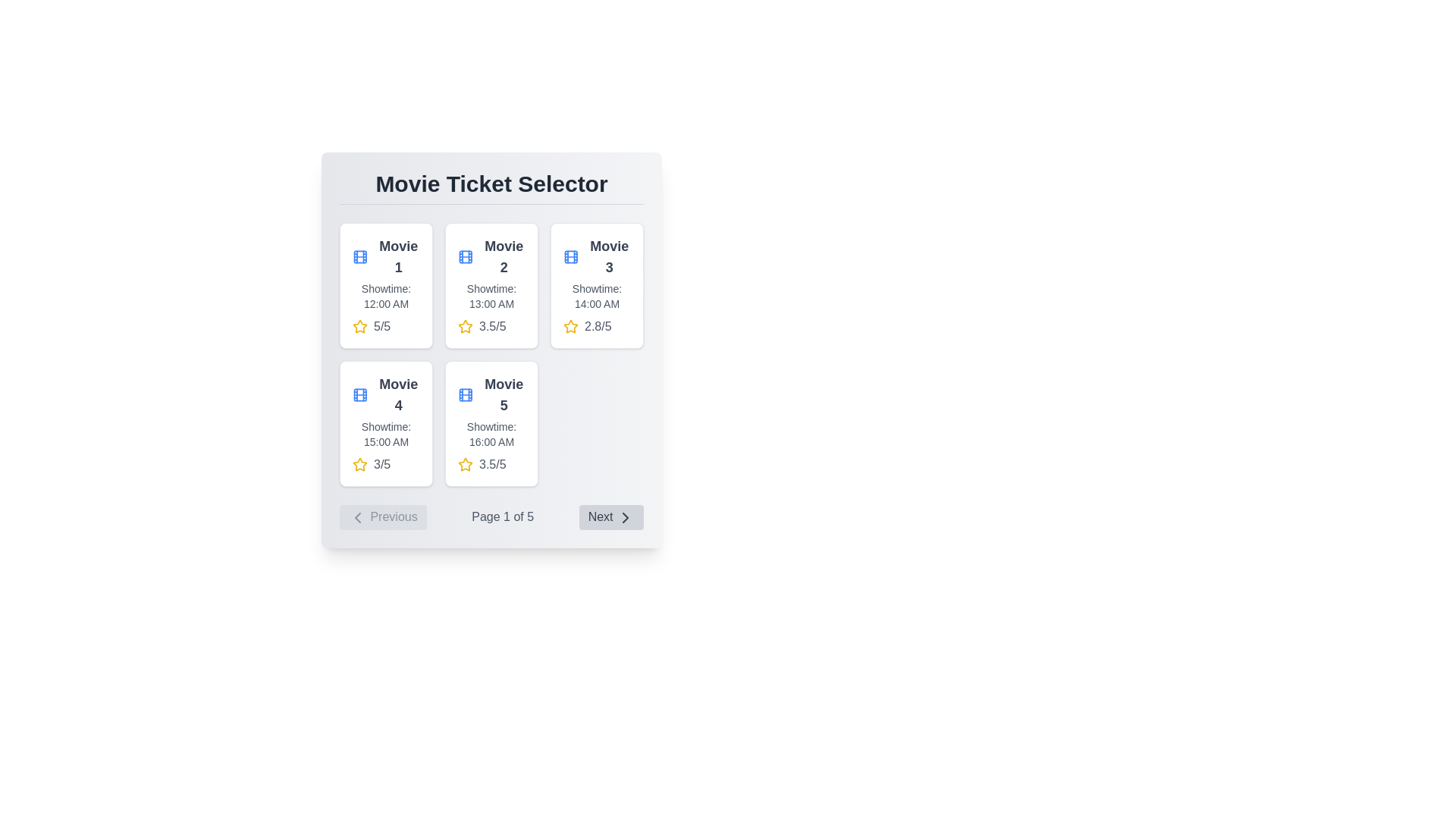 The image size is (1456, 819). I want to click on the previous page button, which is currently disabled and located at the bottom-left corner of the interface, so click(383, 516).